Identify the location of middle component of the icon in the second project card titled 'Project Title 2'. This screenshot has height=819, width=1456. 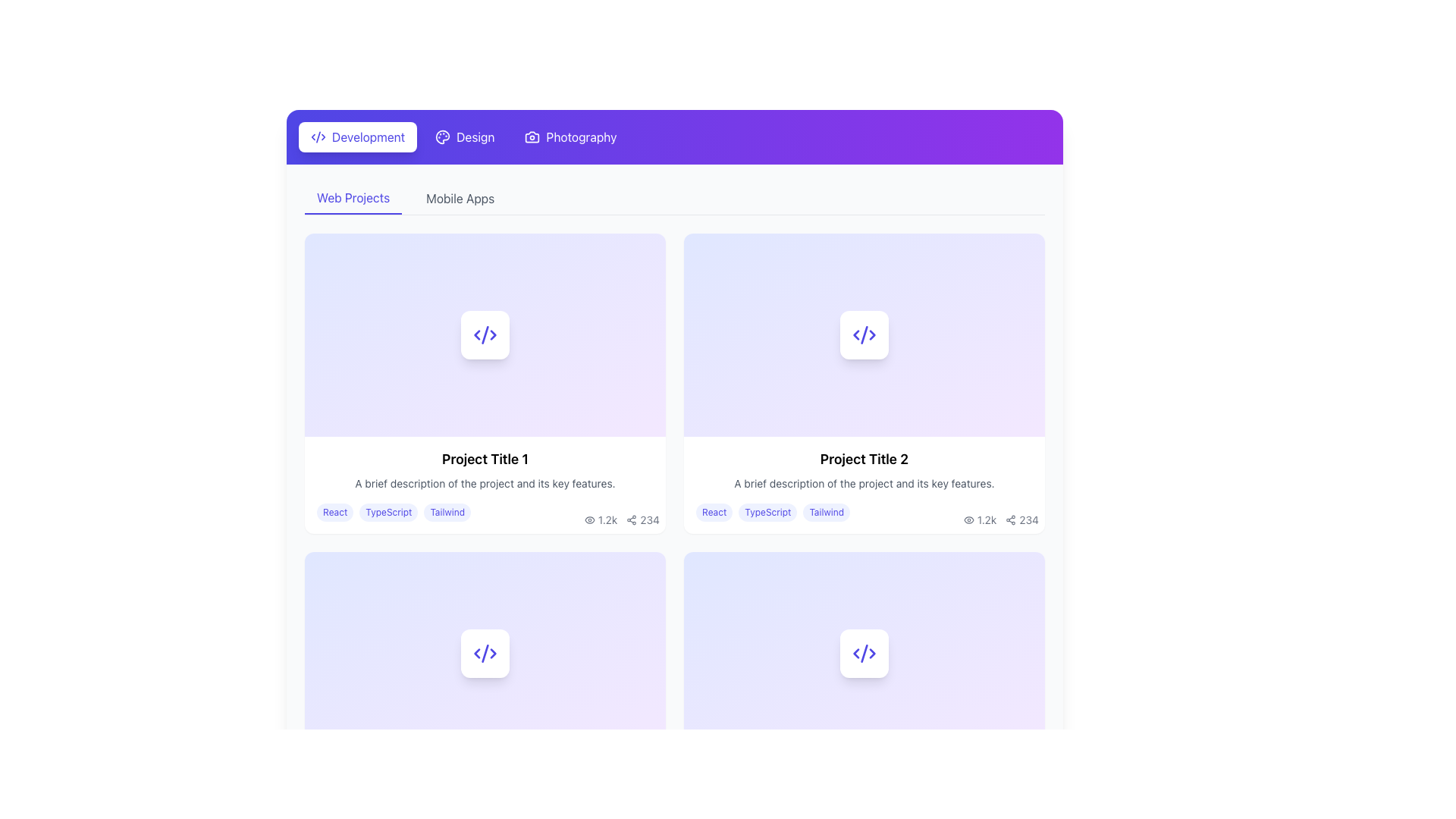
(864, 333).